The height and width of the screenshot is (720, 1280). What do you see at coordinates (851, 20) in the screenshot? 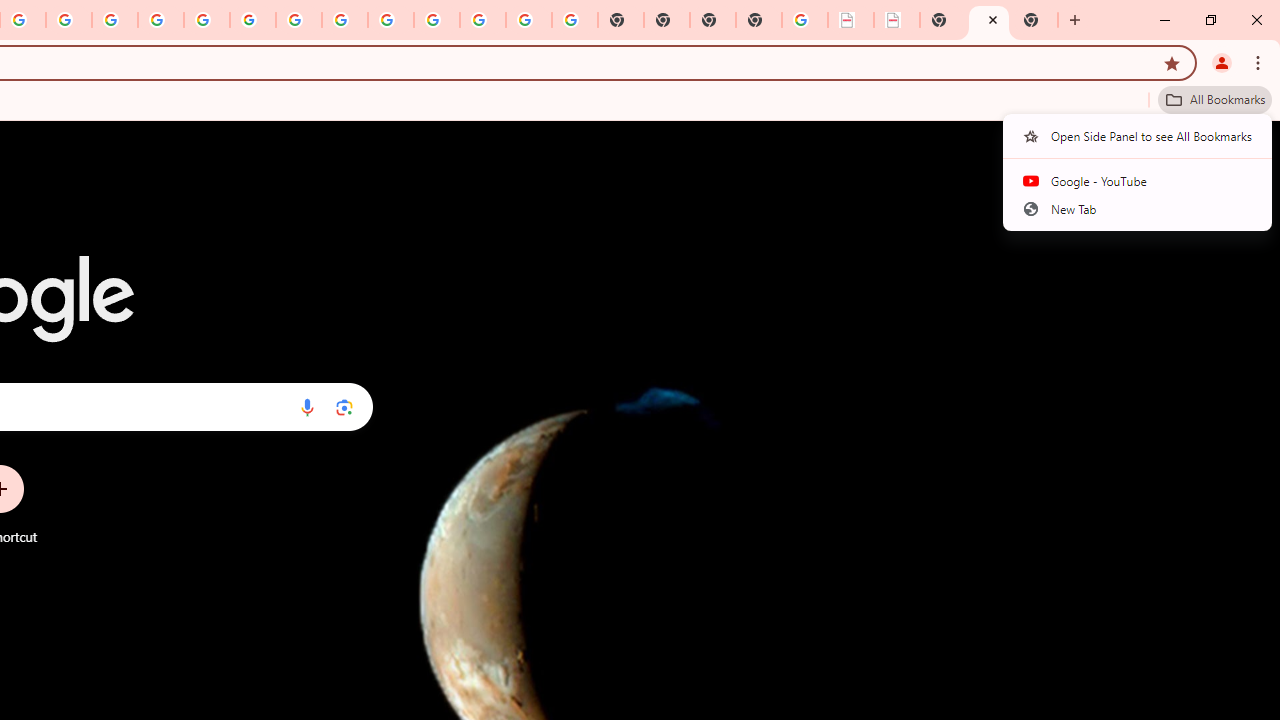
I see `'LAAD Defence & Security 2025 | BAE Systems'` at bounding box center [851, 20].